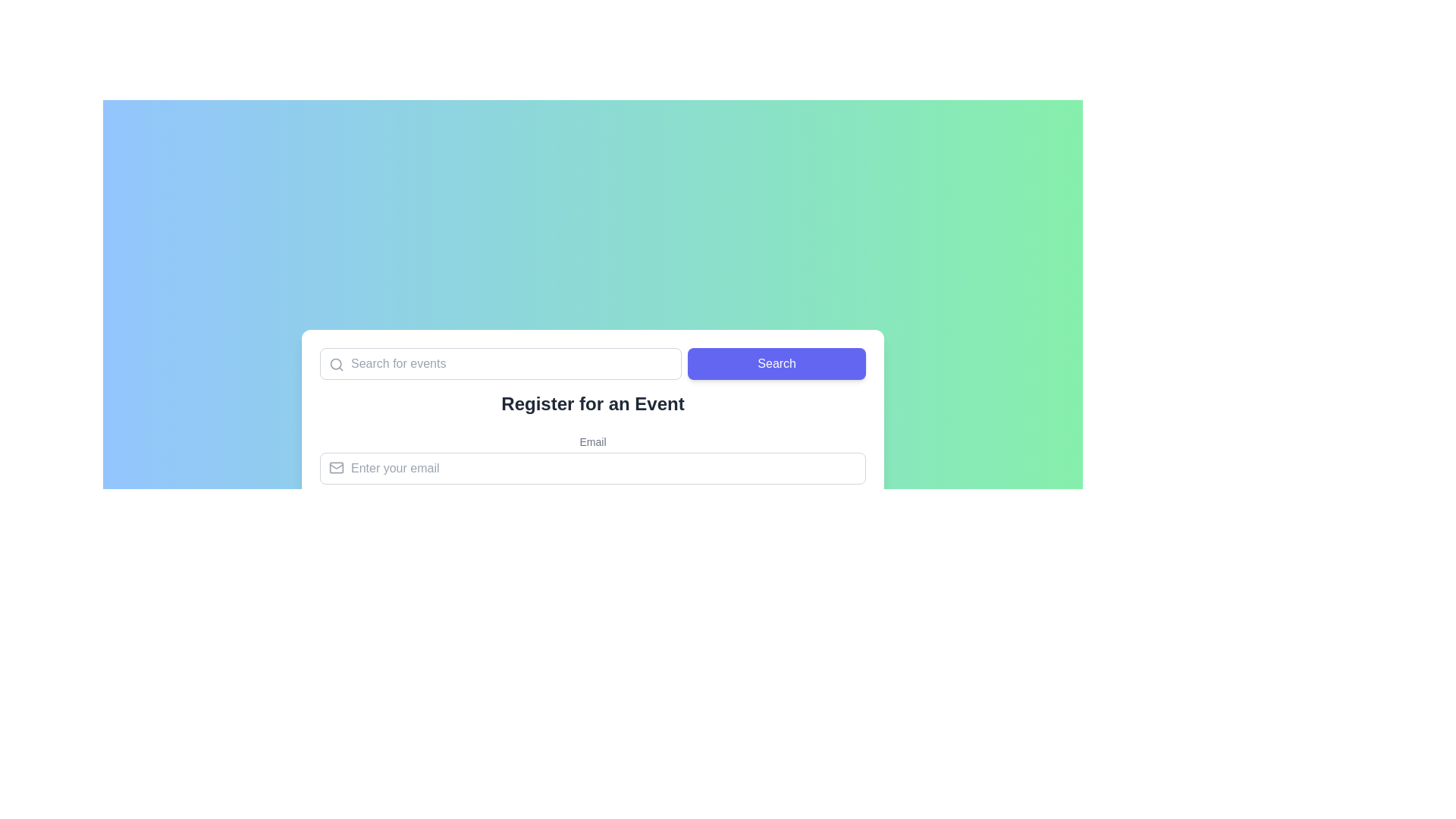 Image resolution: width=1456 pixels, height=819 pixels. Describe the element at coordinates (336, 467) in the screenshot. I see `the decorative icon that visually indicates the purpose of the adjacent email input field, which is positioned to the left of the 'Enter your email' input field` at that location.